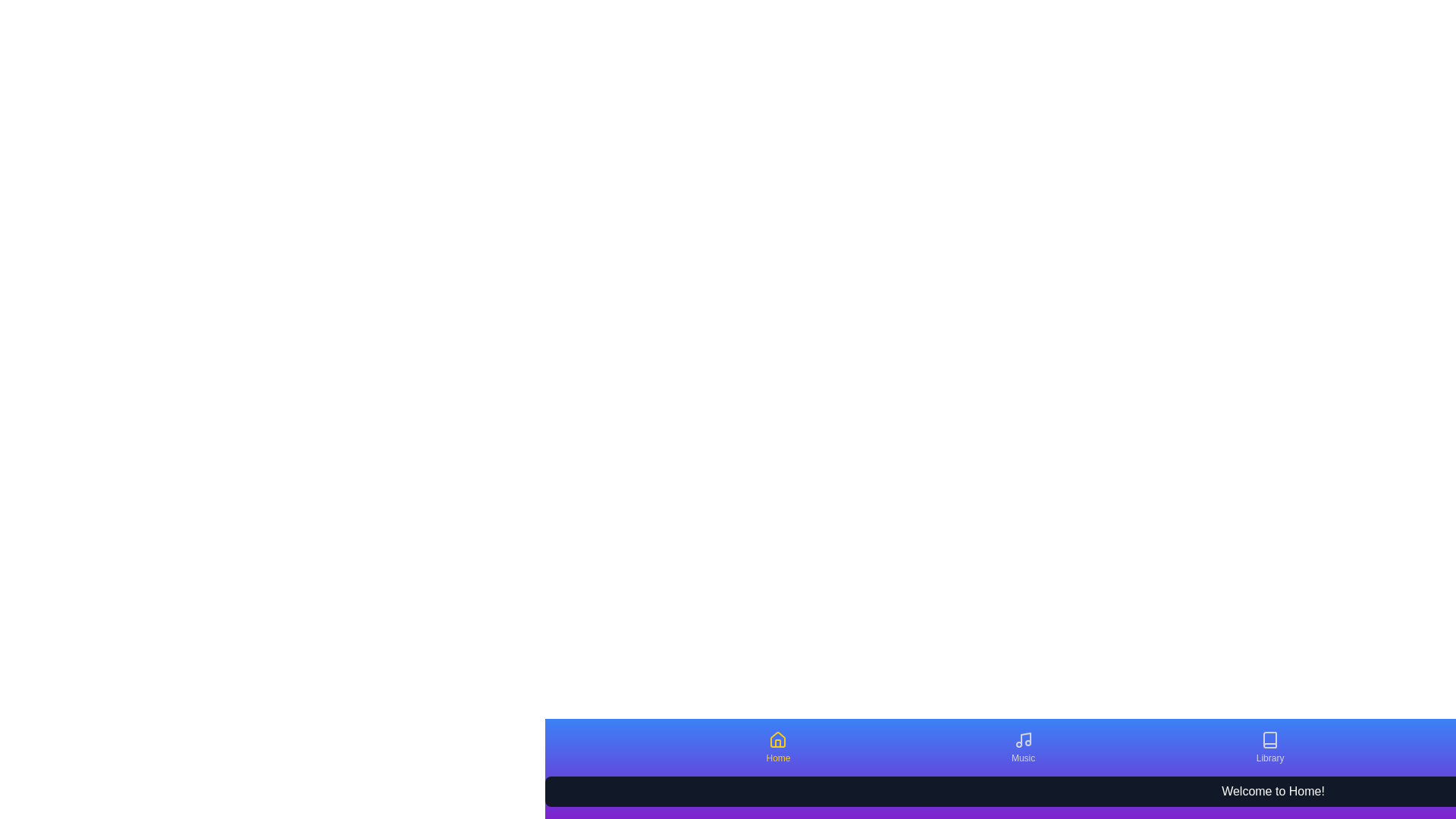 This screenshot has width=1456, height=819. What do you see at coordinates (1022, 747) in the screenshot?
I see `the tab labeled Music to observe the scaling effect` at bounding box center [1022, 747].